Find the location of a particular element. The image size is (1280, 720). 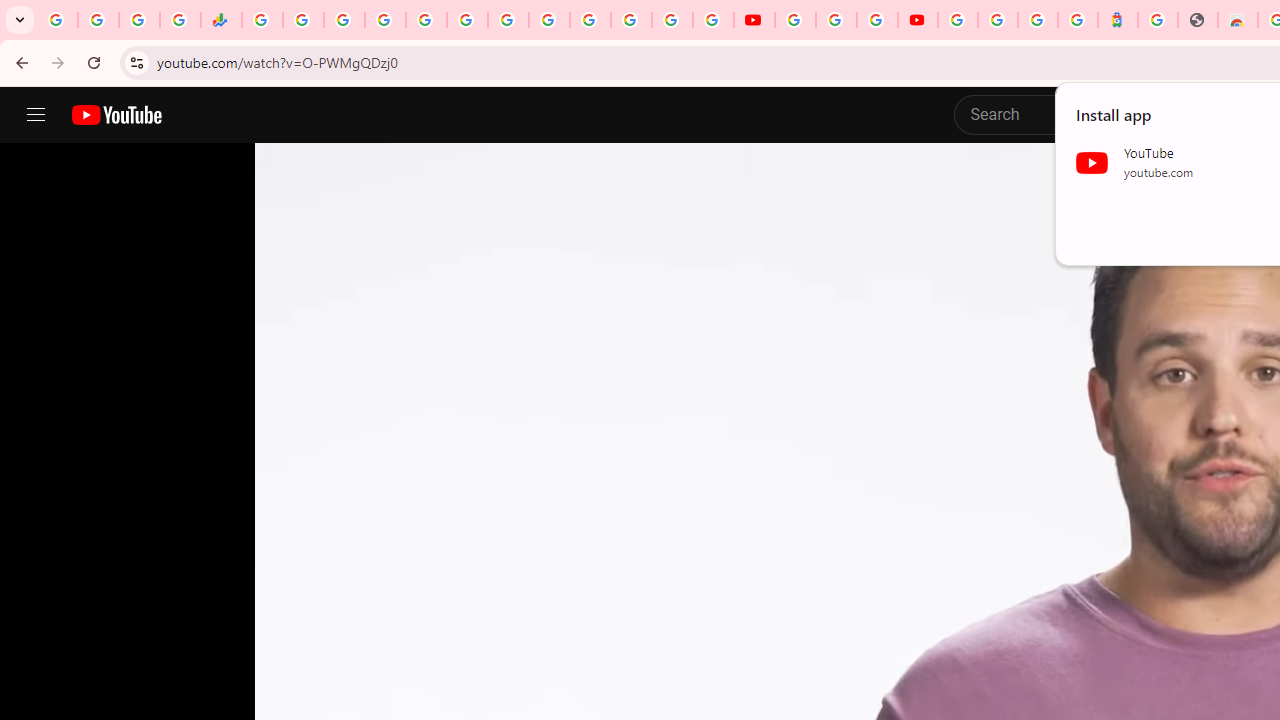

'Google Account Help' is located at coordinates (836, 20).